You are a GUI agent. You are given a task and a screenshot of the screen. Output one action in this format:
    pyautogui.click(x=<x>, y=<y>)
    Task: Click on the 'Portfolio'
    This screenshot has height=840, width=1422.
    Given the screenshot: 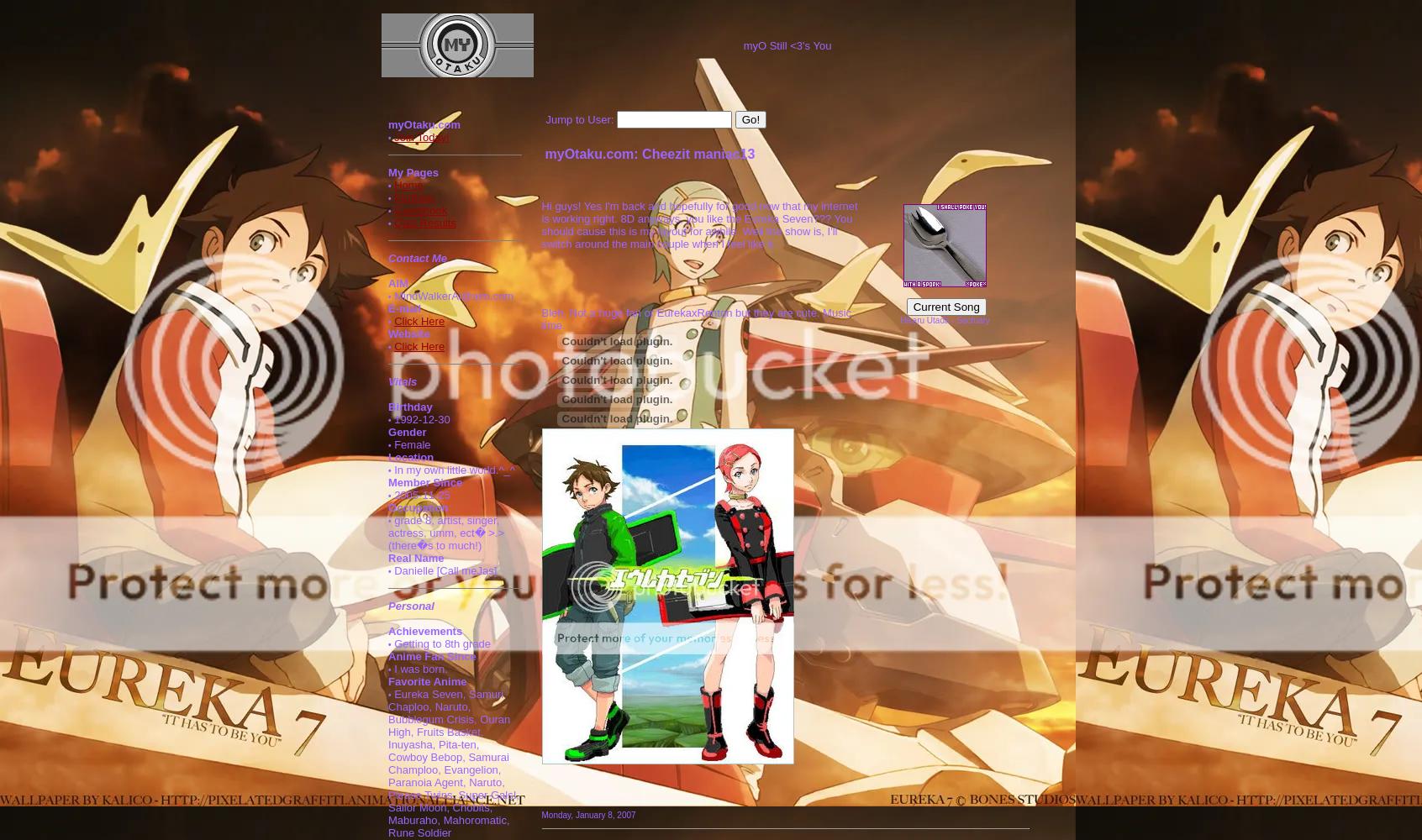 What is the action you would take?
    pyautogui.click(x=413, y=197)
    